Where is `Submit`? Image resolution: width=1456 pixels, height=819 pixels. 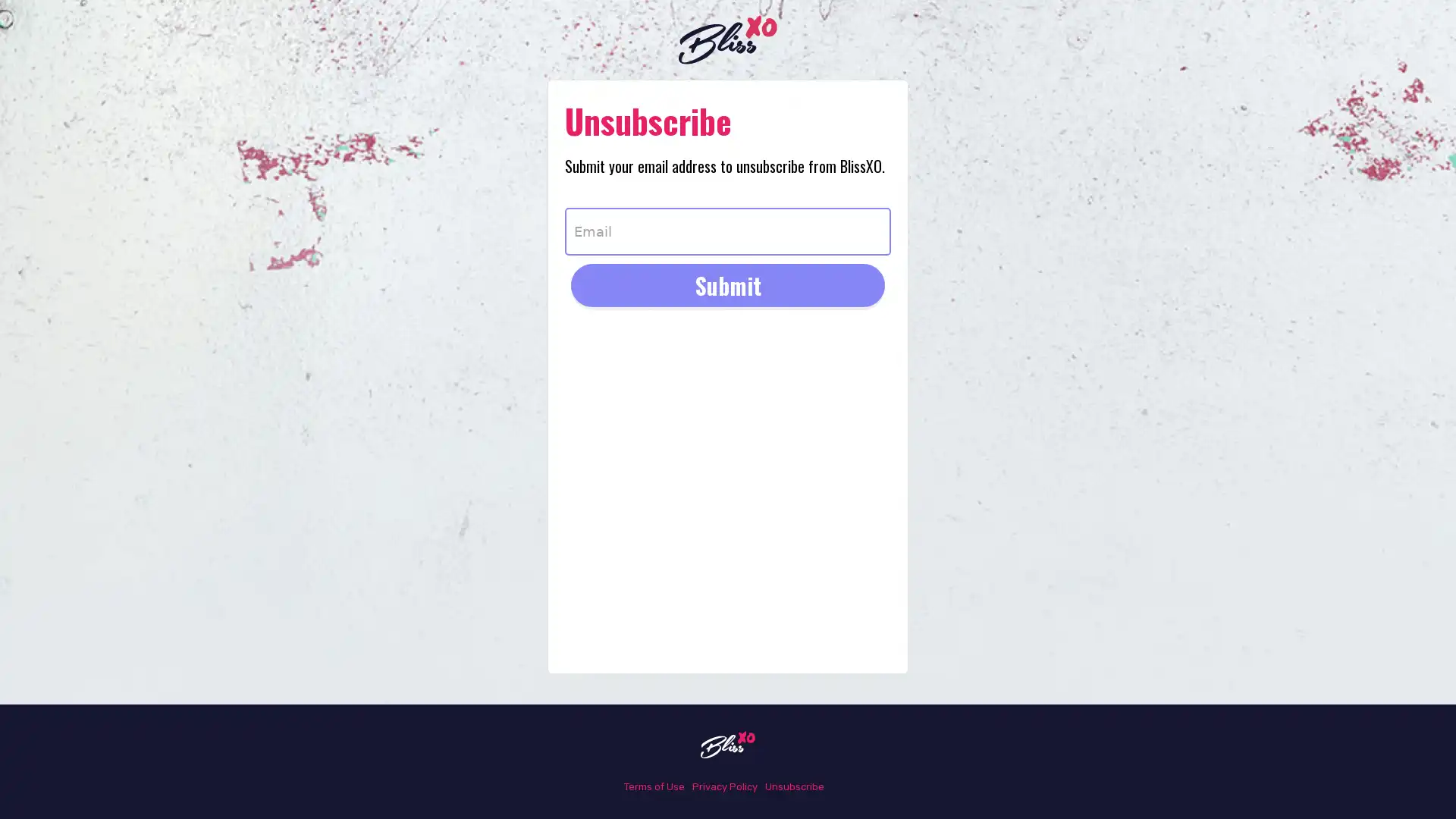
Submit is located at coordinates (728, 284).